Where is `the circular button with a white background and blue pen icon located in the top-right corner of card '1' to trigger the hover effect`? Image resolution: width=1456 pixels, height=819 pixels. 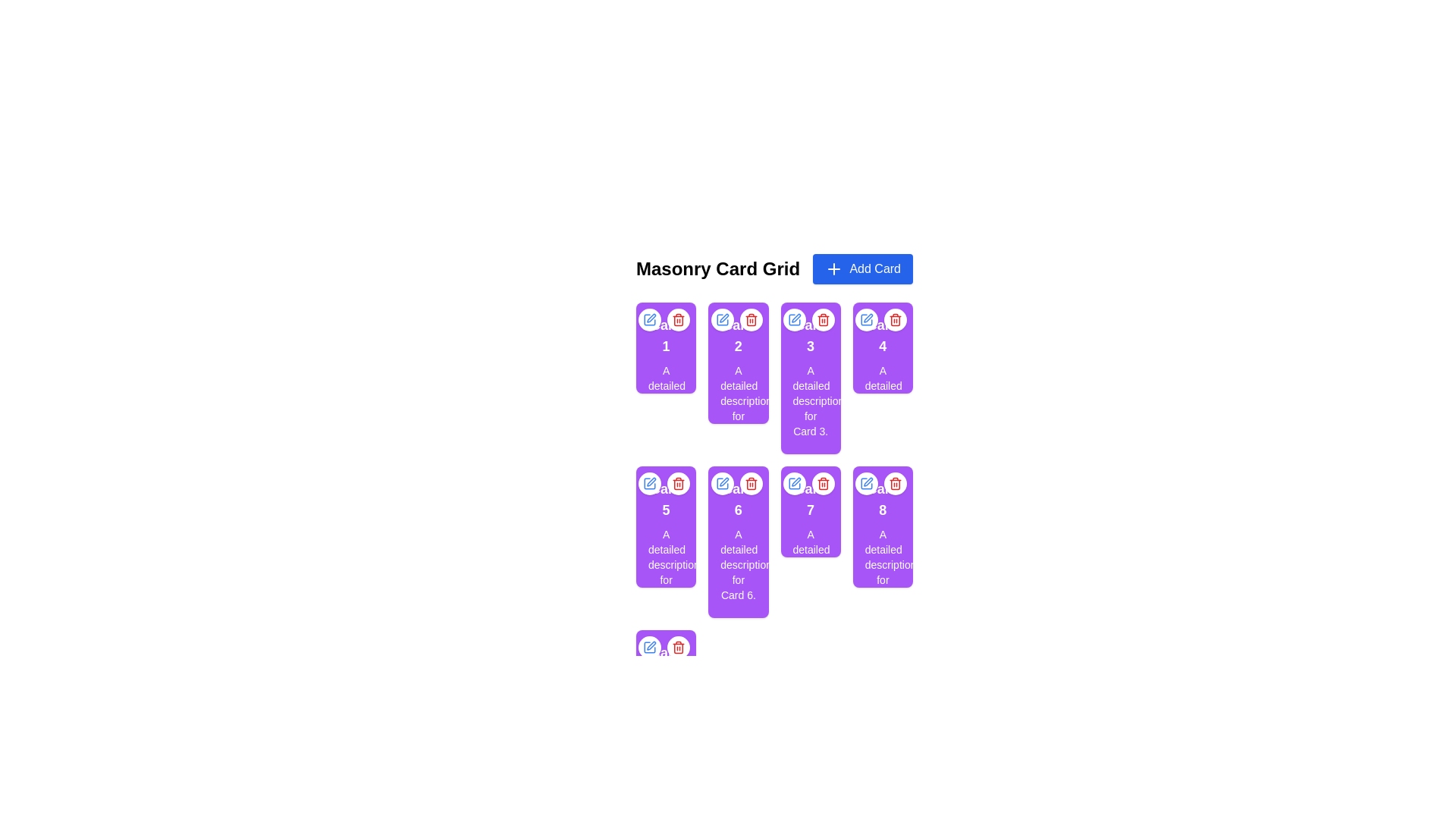
the circular button with a white background and blue pen icon located in the top-right corner of card '1' to trigger the hover effect is located at coordinates (650, 318).